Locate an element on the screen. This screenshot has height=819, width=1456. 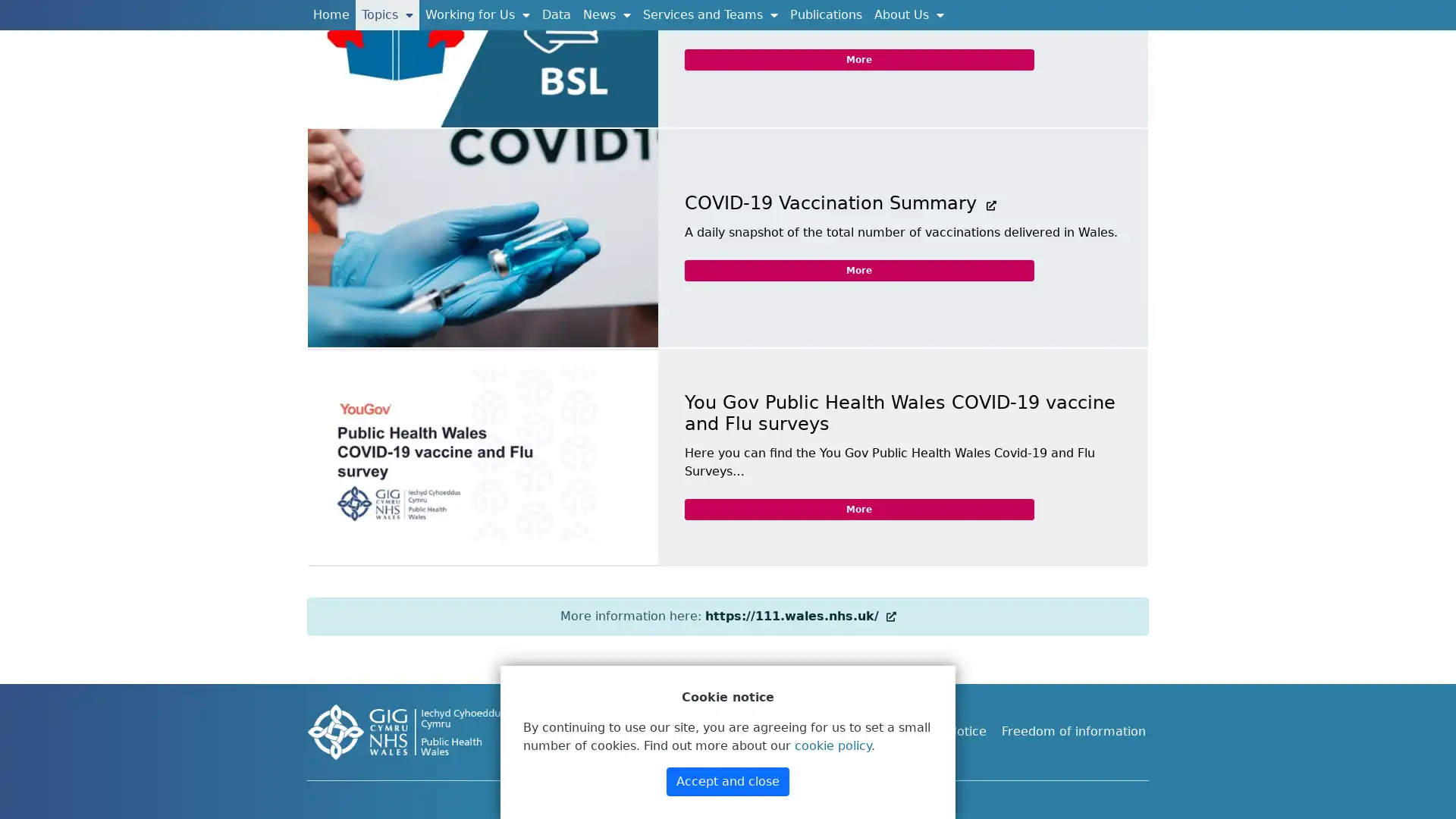
Accept and close is located at coordinates (728, 781).